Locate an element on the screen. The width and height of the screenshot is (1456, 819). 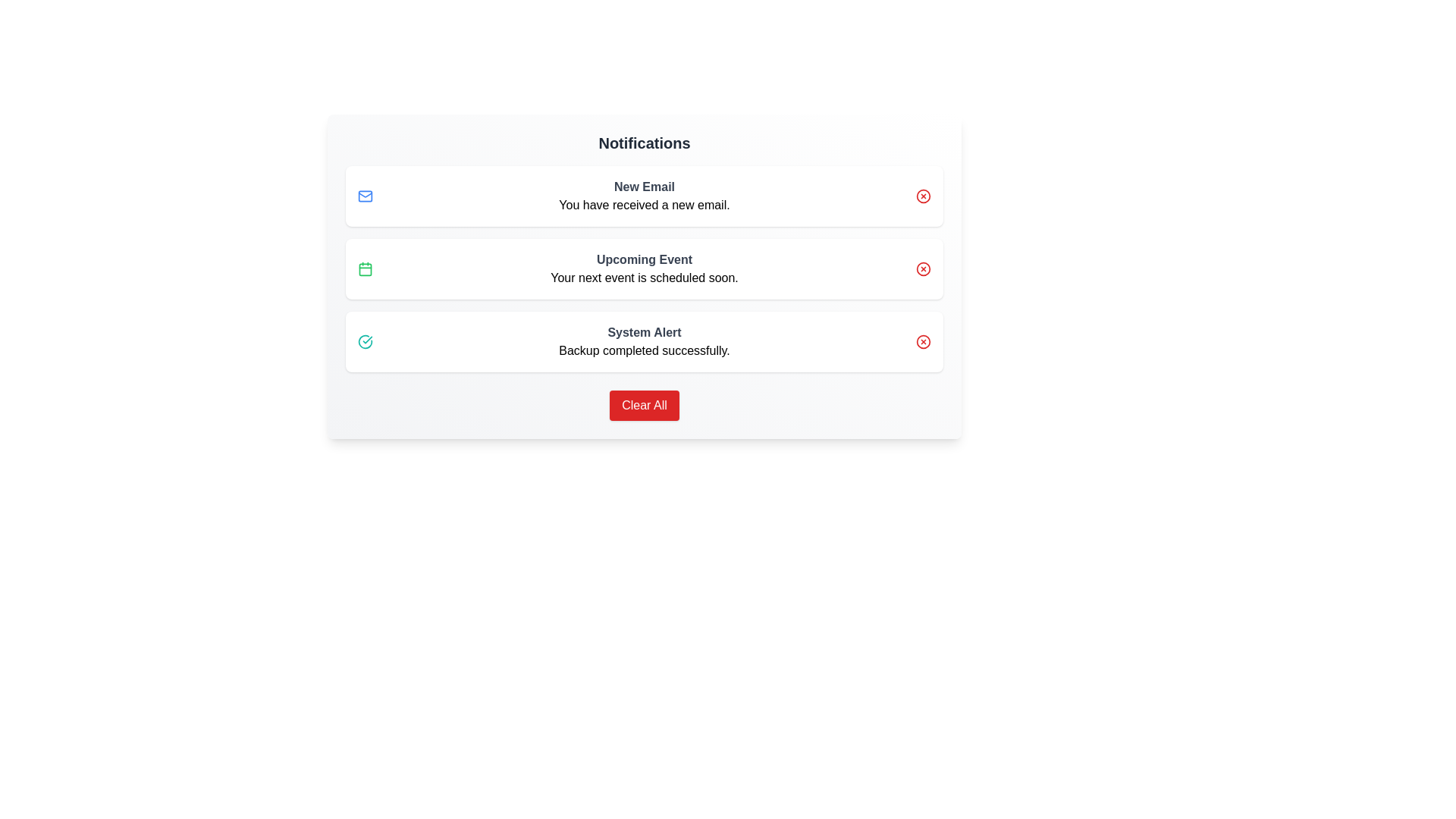
the text block notification that informs users about the completed system backup operation, located in the third card of the visible notification list is located at coordinates (644, 342).